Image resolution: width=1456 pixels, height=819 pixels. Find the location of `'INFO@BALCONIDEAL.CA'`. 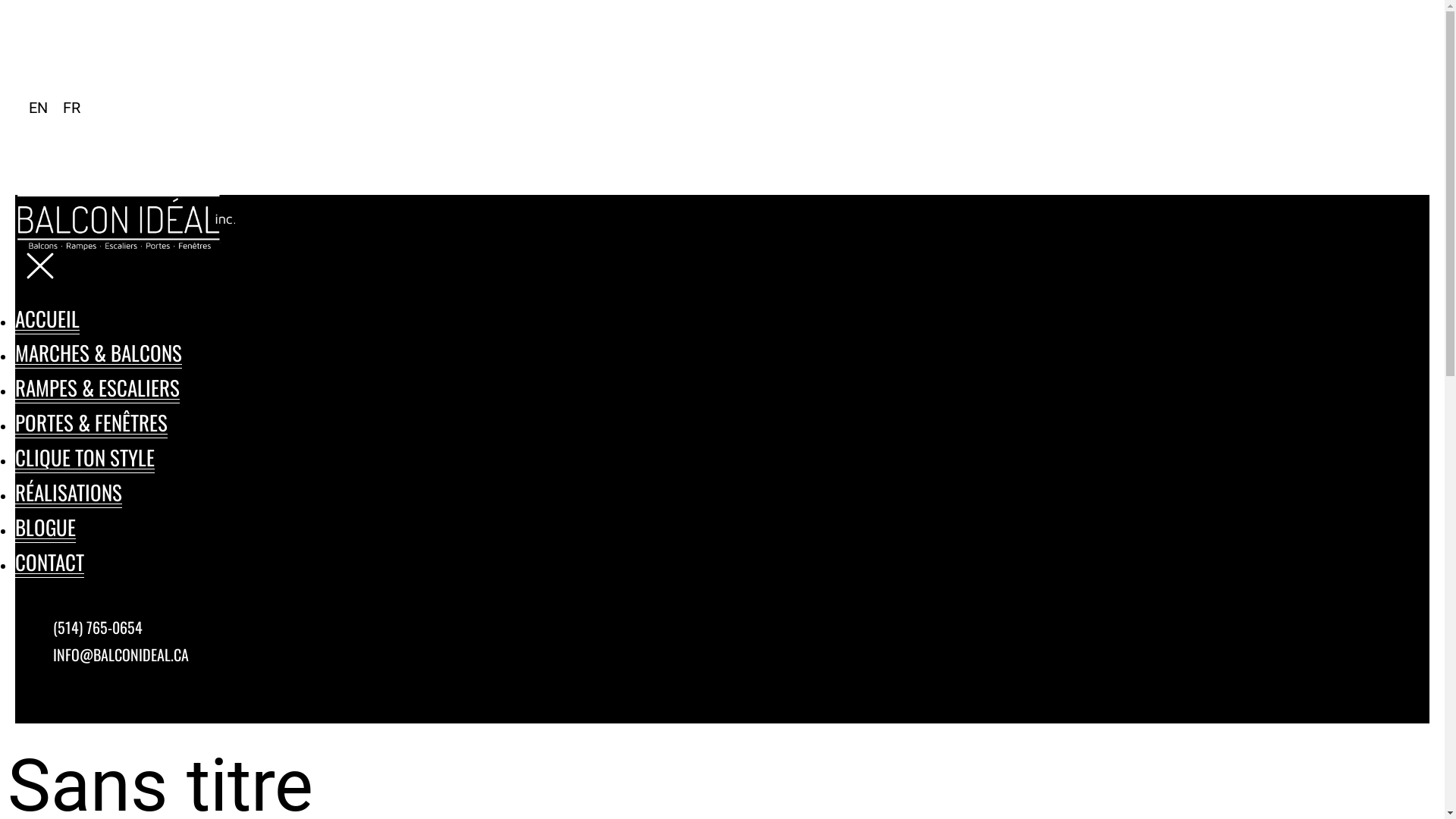

'INFO@BALCONIDEAL.CA' is located at coordinates (53, 654).